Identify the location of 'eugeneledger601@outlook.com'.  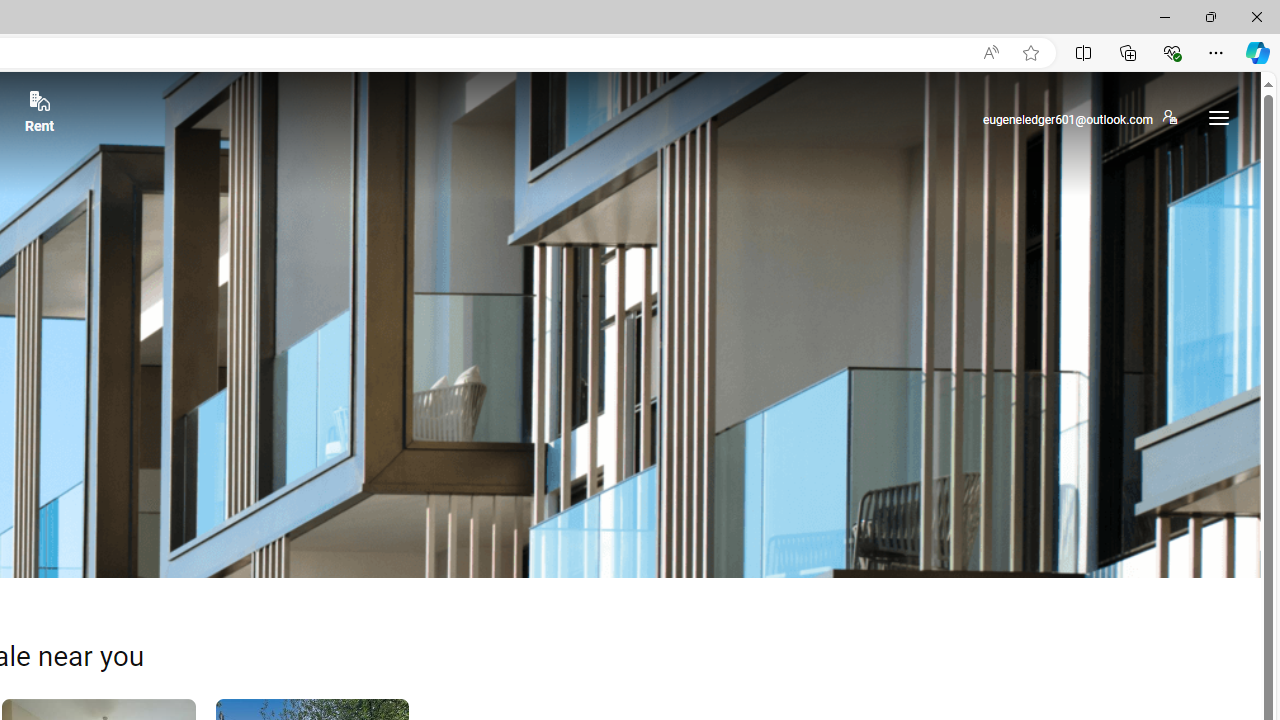
(1078, 118).